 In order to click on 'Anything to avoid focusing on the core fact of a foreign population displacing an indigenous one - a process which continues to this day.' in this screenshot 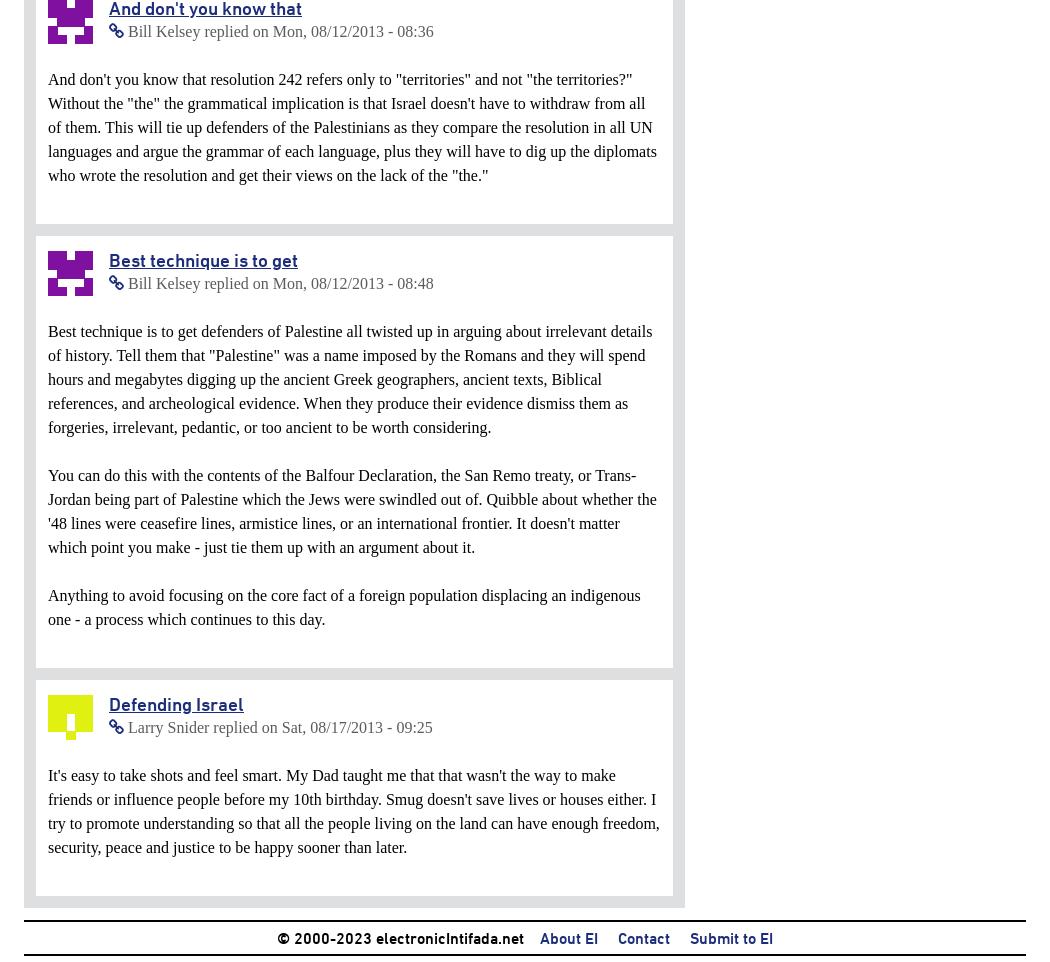, I will do `click(46, 606)`.